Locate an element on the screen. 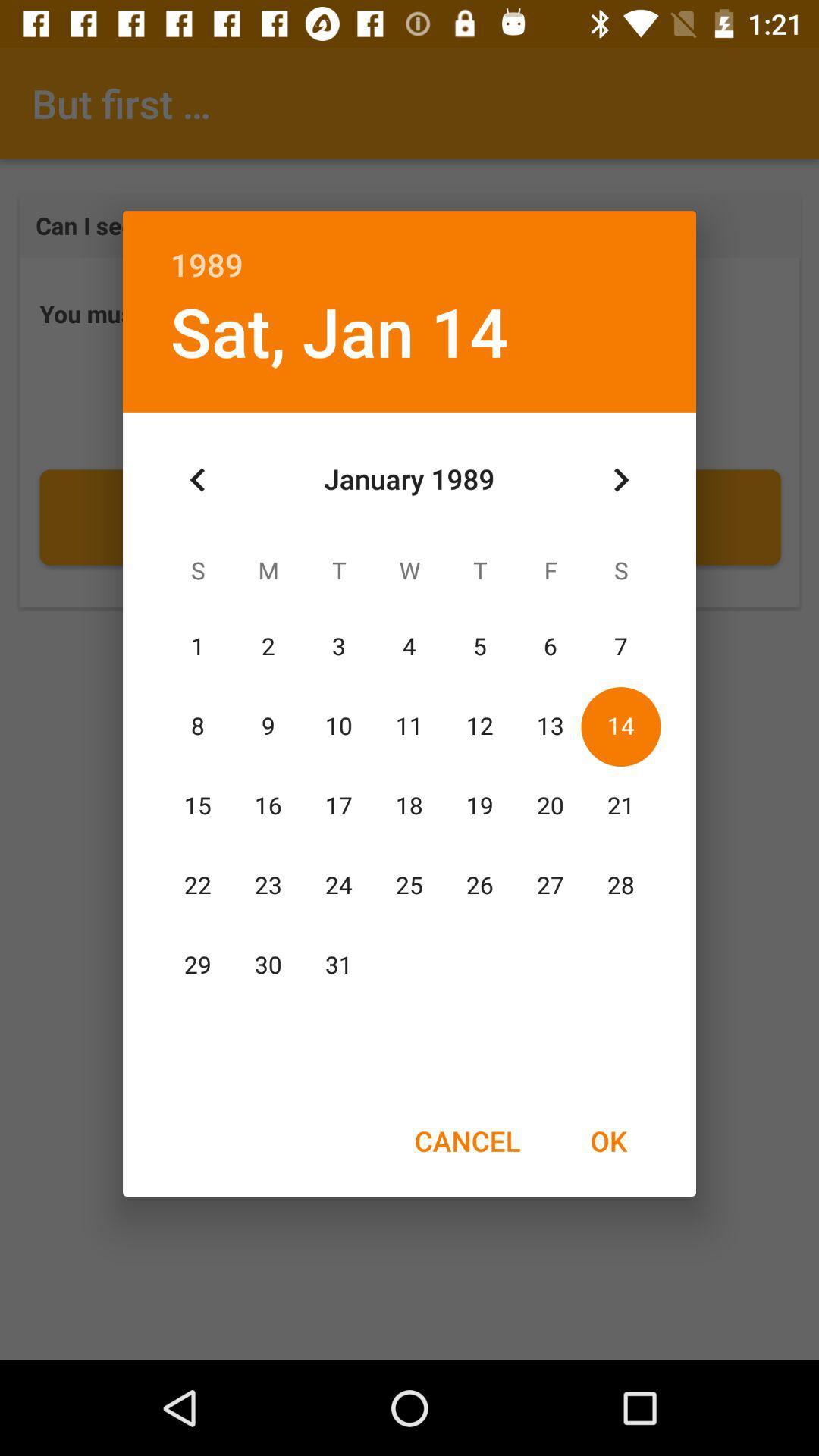 The height and width of the screenshot is (1456, 819). item to the left of the ok item is located at coordinates (466, 1141).